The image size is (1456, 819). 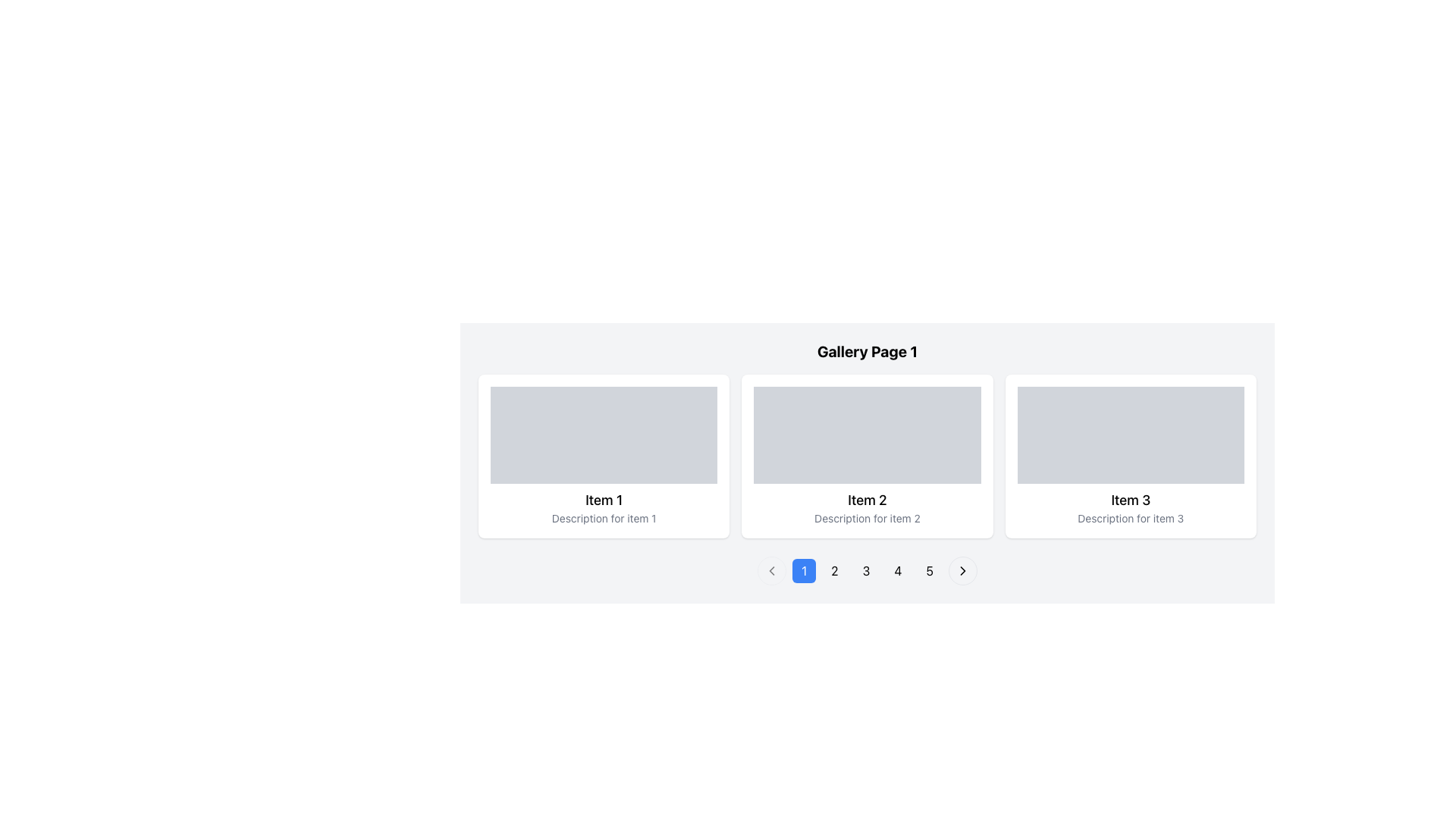 What do you see at coordinates (866, 570) in the screenshot?
I see `the pagination button labeled '3' to observe the background color change to light gray` at bounding box center [866, 570].